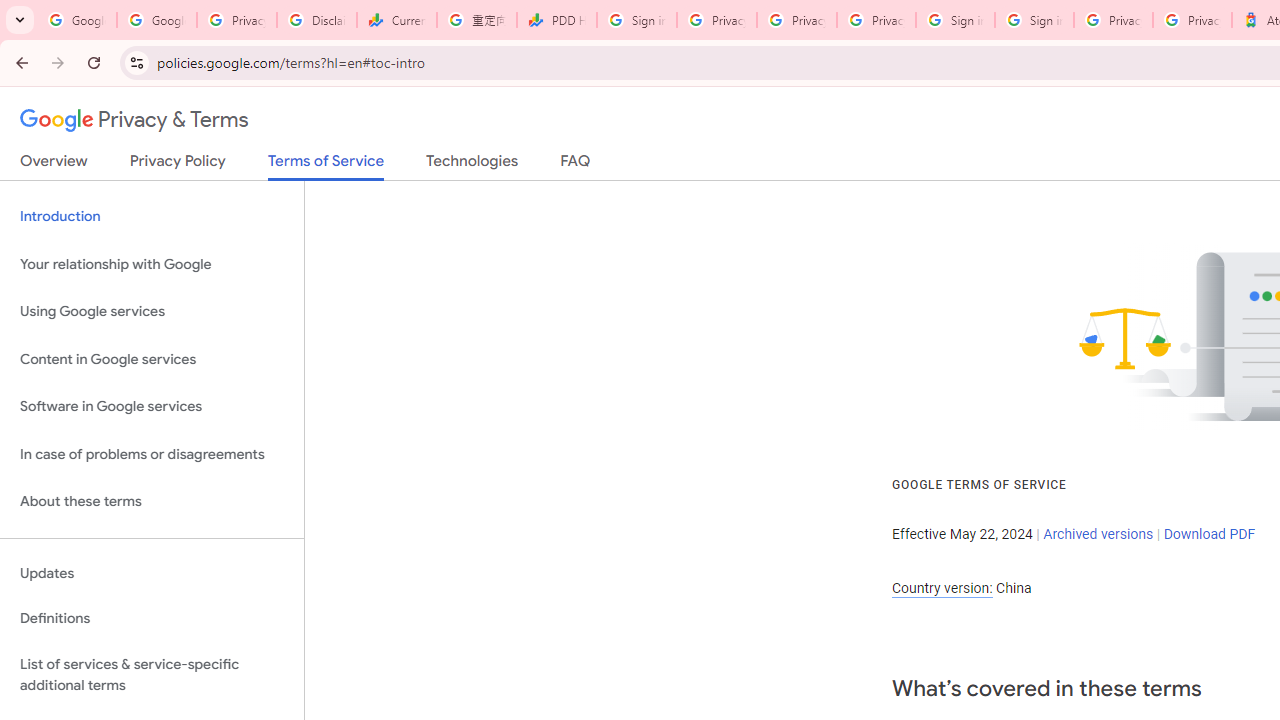 This screenshot has width=1280, height=720. Describe the element at coordinates (76, 20) in the screenshot. I see `'Google Workspace Admin Community'` at that location.